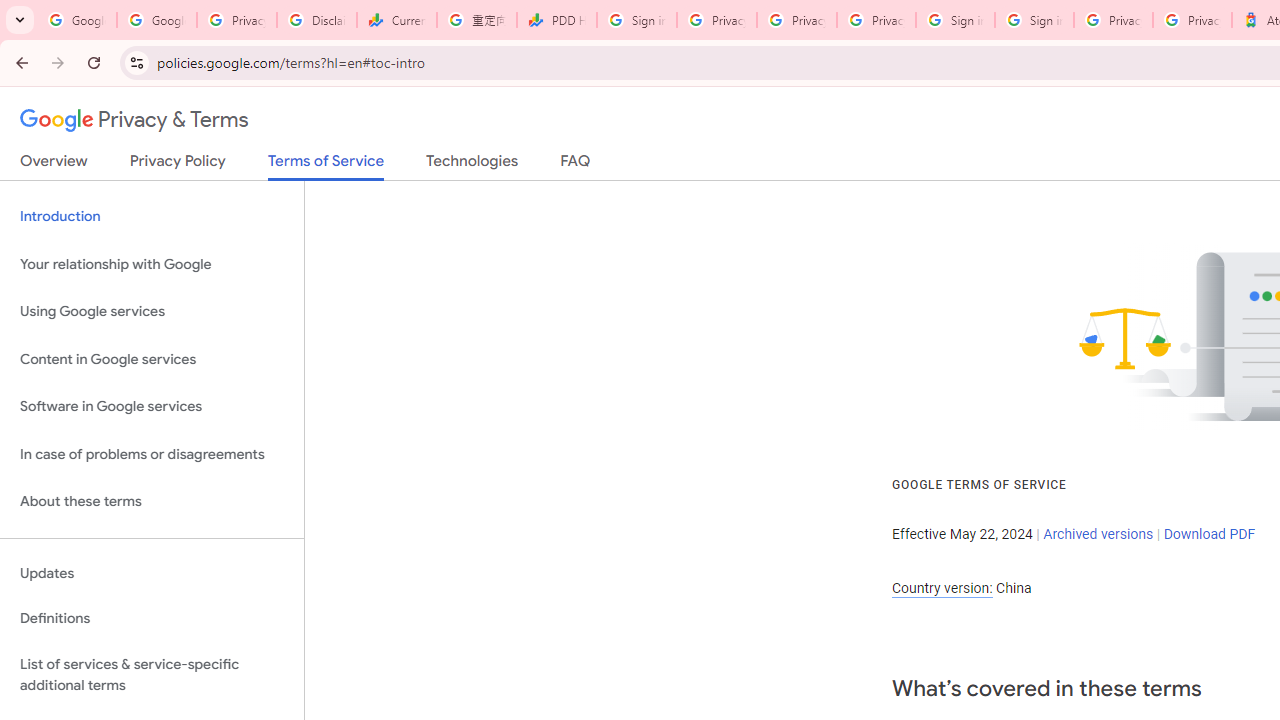 This screenshot has width=1280, height=720. Describe the element at coordinates (76, 20) in the screenshot. I see `'Google Workspace Admin Community'` at that location.